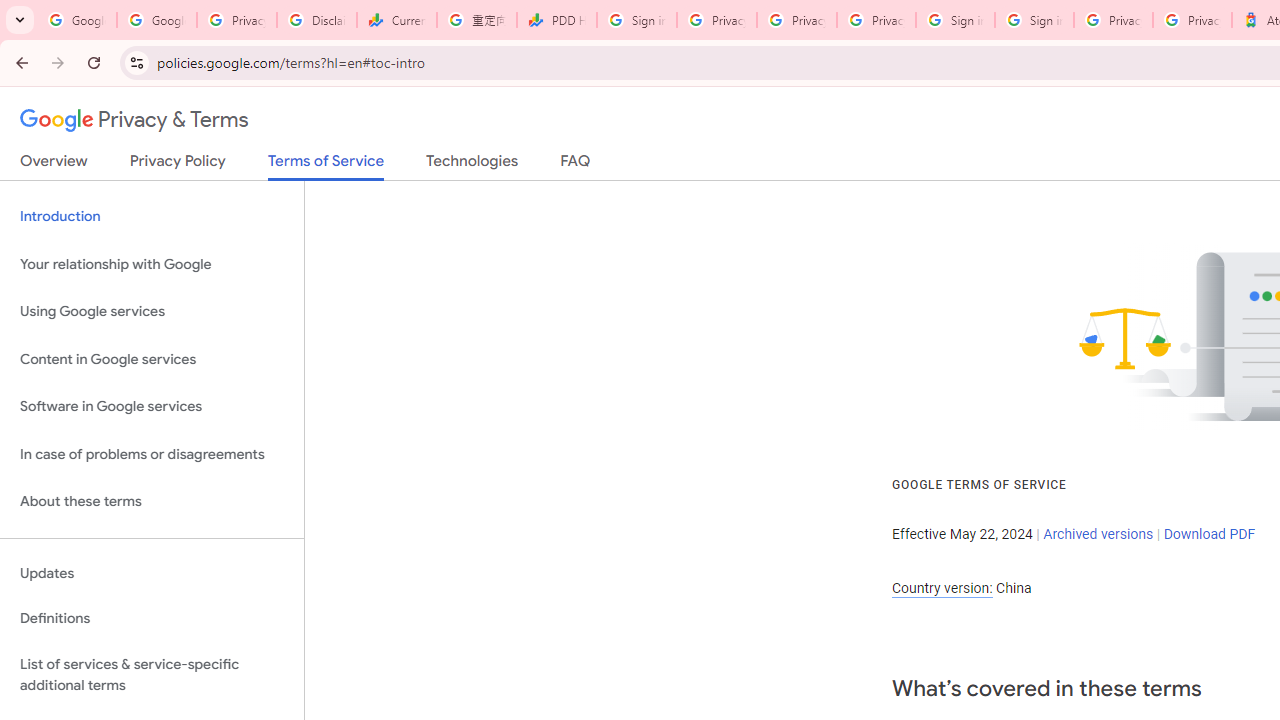 This screenshot has width=1280, height=720. Describe the element at coordinates (76, 20) in the screenshot. I see `'Google Workspace Admin Community'` at that location.